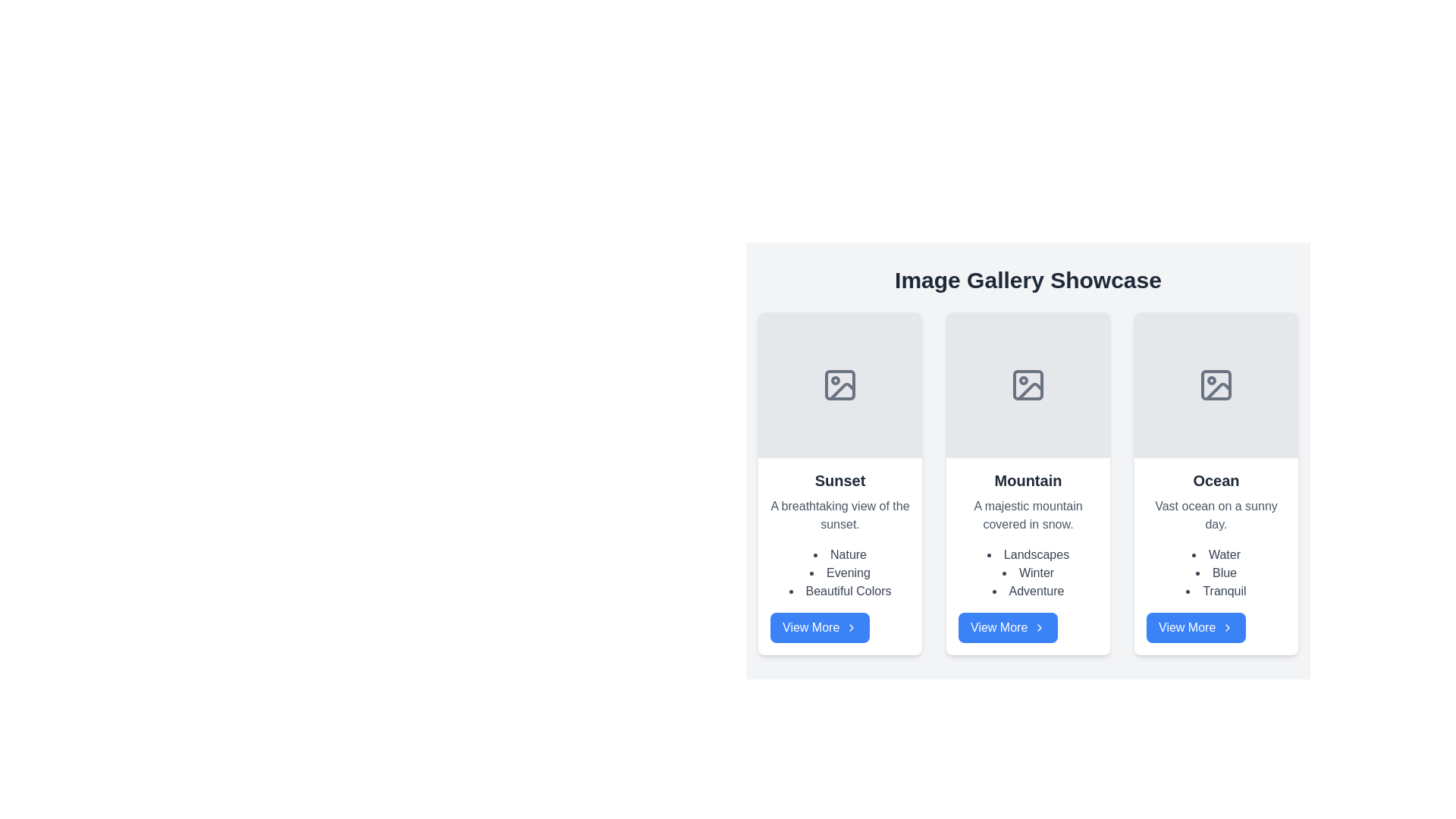 Image resolution: width=1456 pixels, height=819 pixels. What do you see at coordinates (1216, 573) in the screenshot?
I see `the second bullet point in the 'Ocean' card, which displays the text 'Vast ocean on a sunny day.'` at bounding box center [1216, 573].